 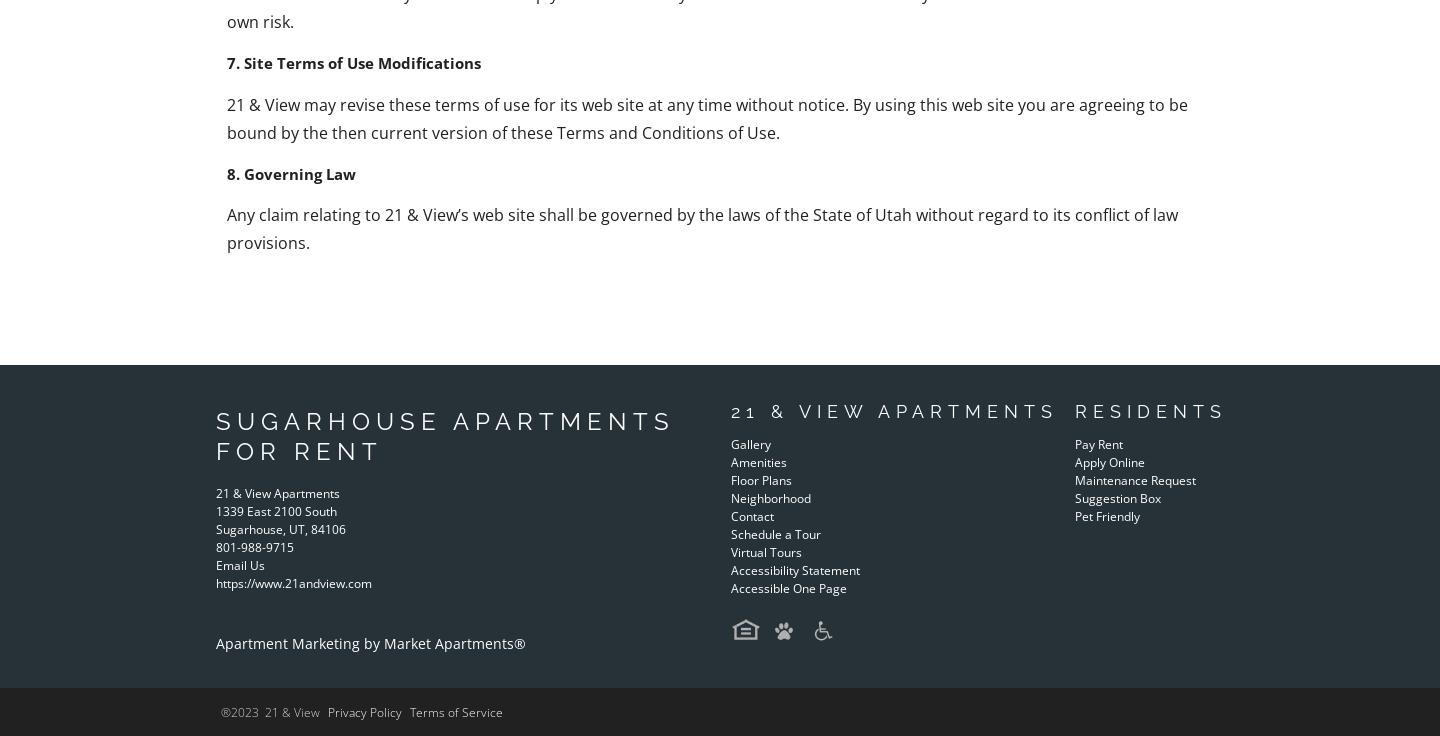 What do you see at coordinates (1105, 515) in the screenshot?
I see `'Pet Friendly'` at bounding box center [1105, 515].